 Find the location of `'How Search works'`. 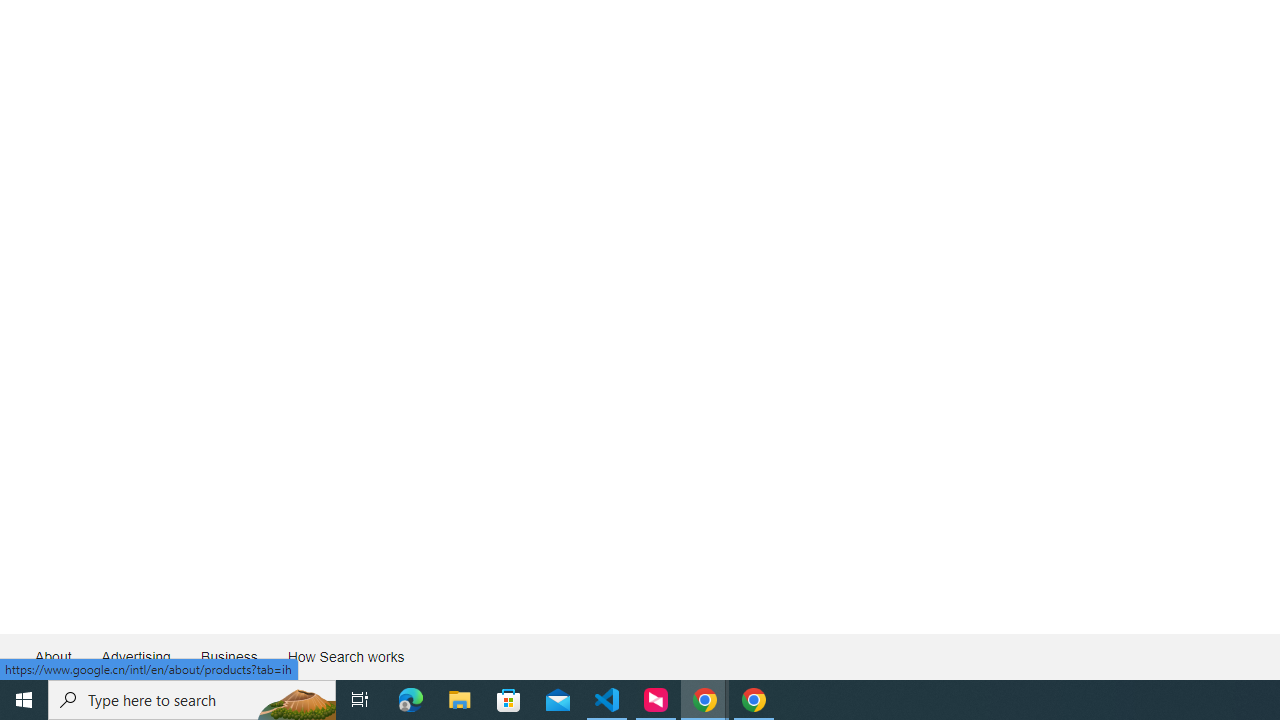

'How Search works' is located at coordinates (345, 657).